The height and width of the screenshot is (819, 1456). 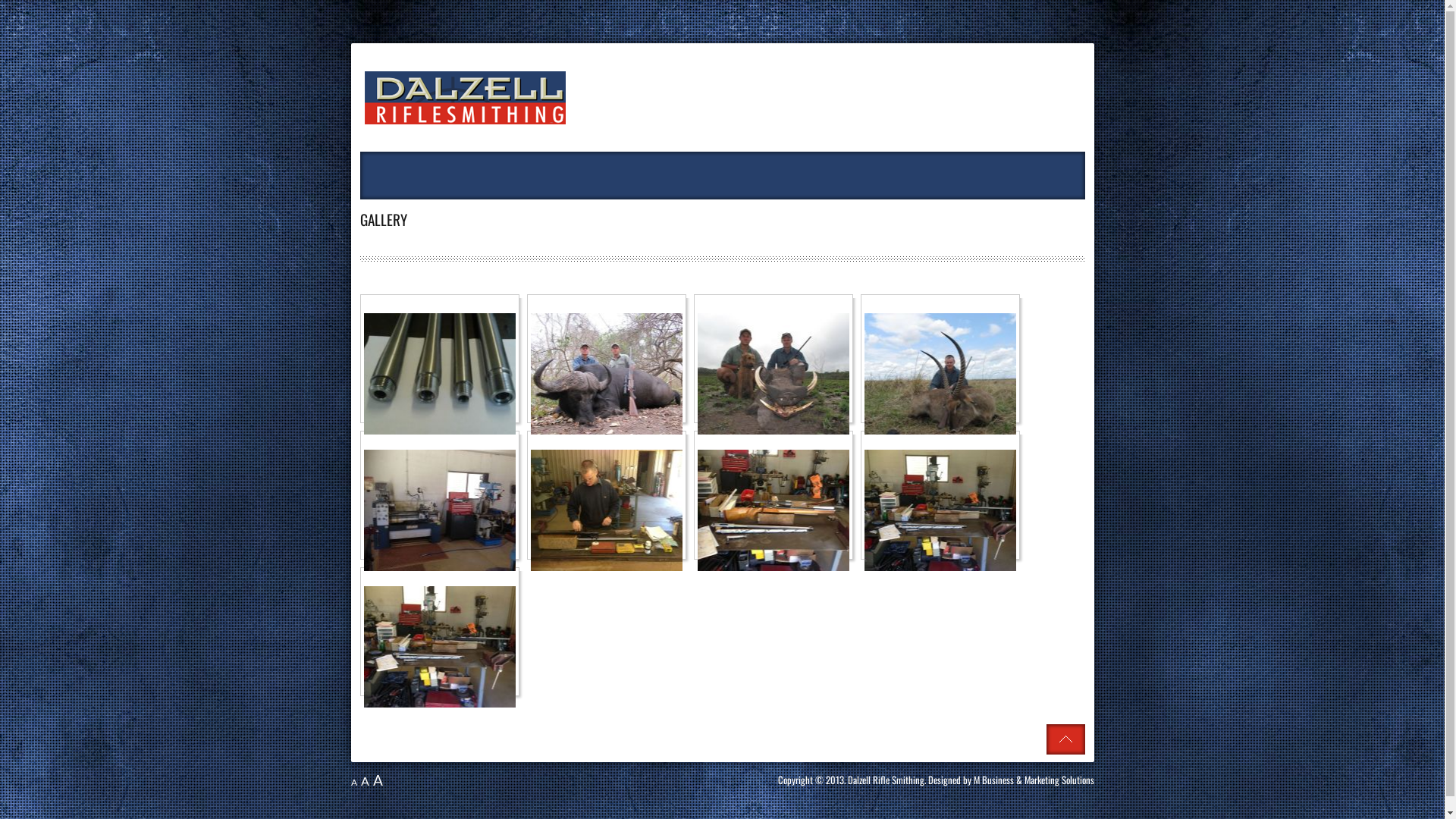 What do you see at coordinates (607, 510) in the screenshot?
I see `'Click to enlarge image IMG_1458.jpg'` at bounding box center [607, 510].